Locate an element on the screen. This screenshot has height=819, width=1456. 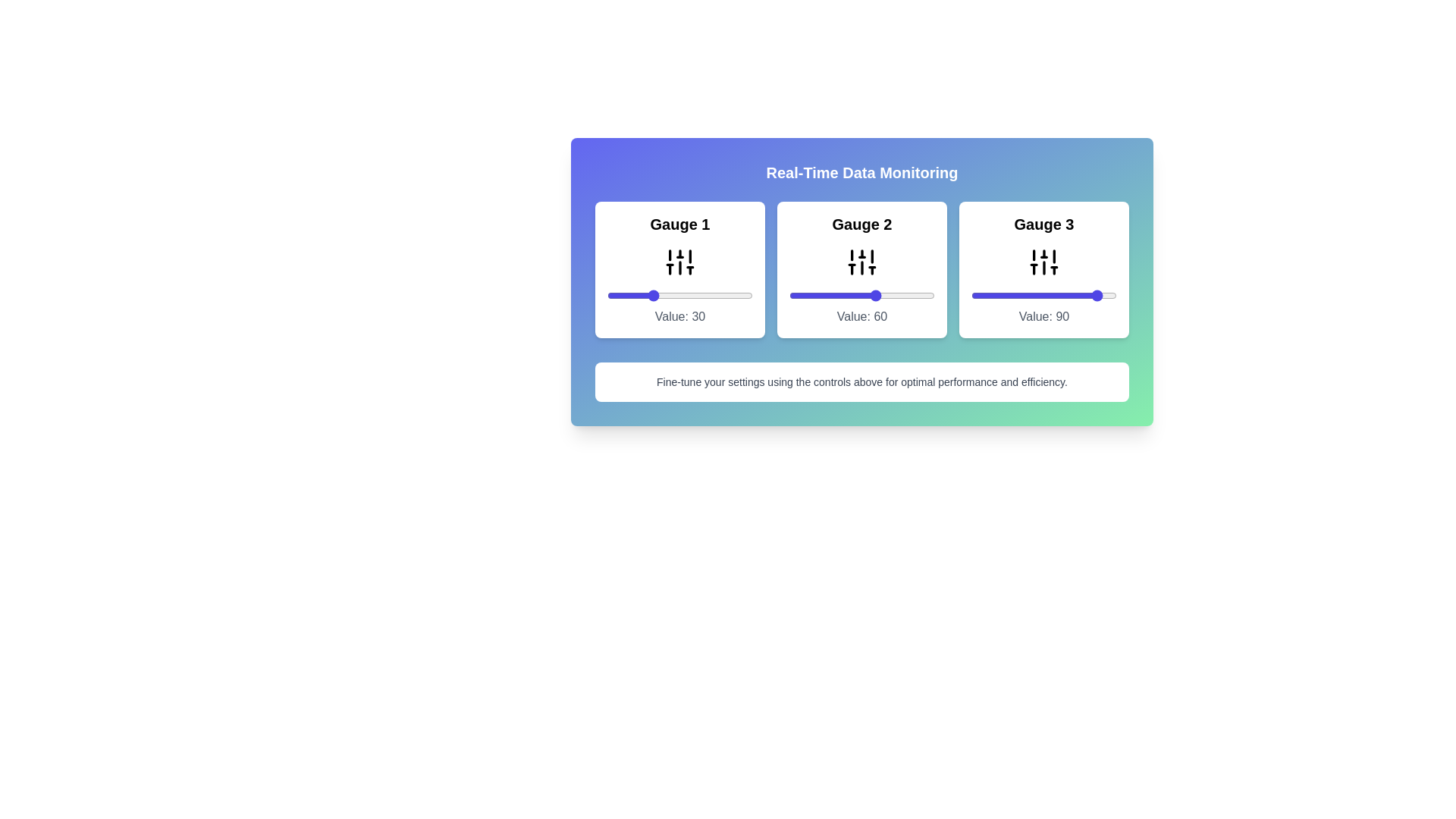
the static text label displaying 'Value: 90' located at the bottom of the card labeled 'Gauge 3', which is positioned directly underneath the slider control is located at coordinates (1043, 315).